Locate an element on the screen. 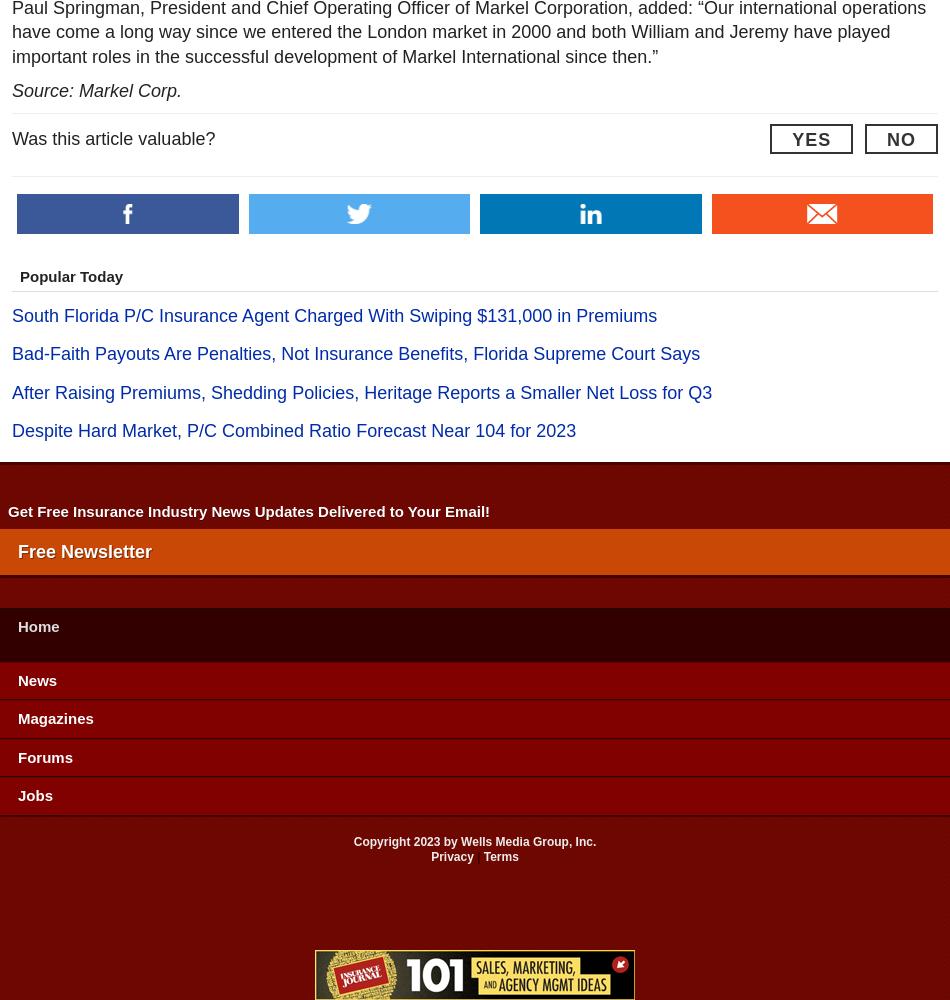 This screenshot has width=950, height=1000. 'Bad-Faith Payouts Are Penalties, Not Insurance Benefits, Florida Supreme Court Says' is located at coordinates (354, 353).